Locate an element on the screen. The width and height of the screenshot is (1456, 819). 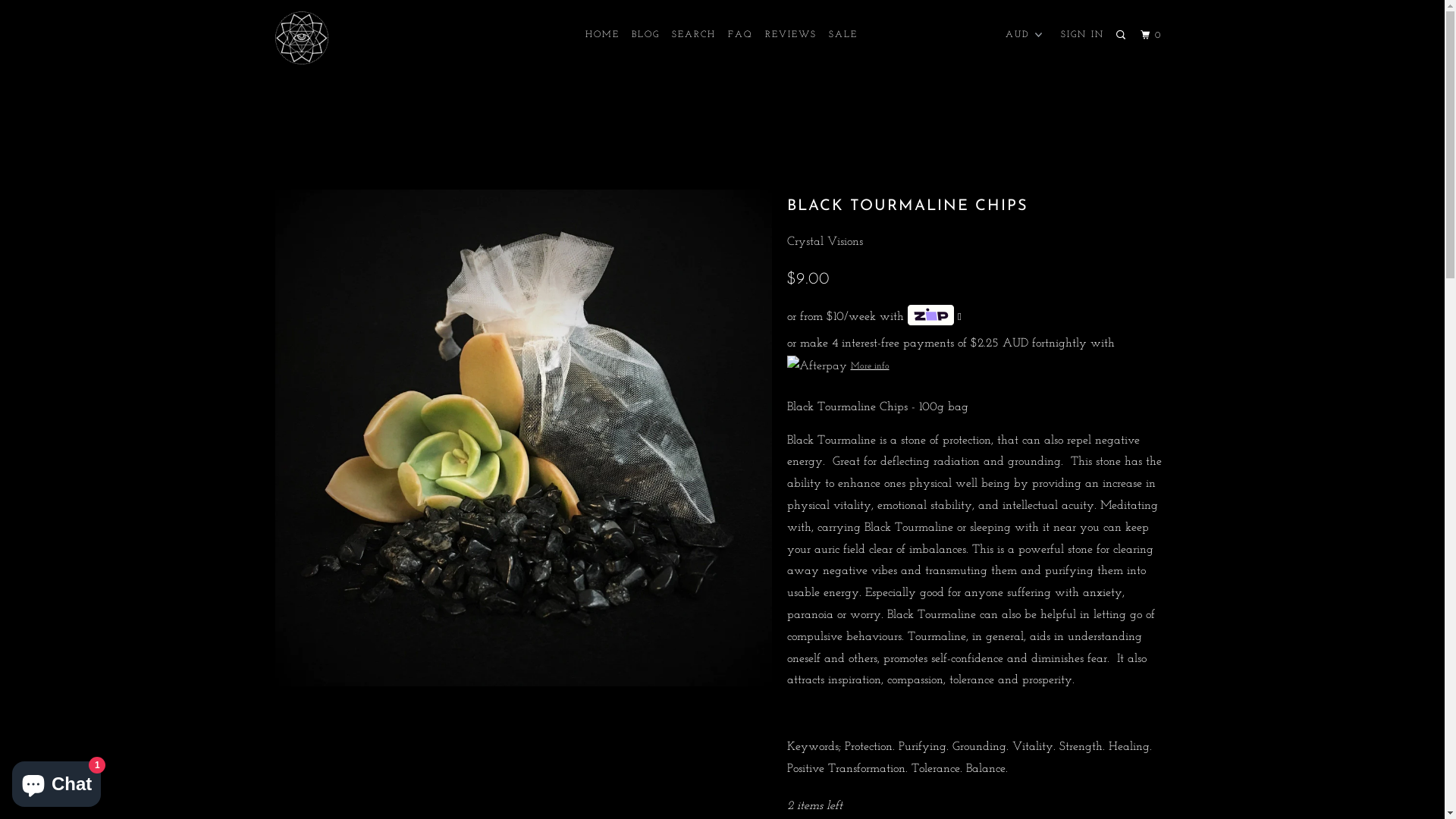
'More info' is located at coordinates (837, 366).